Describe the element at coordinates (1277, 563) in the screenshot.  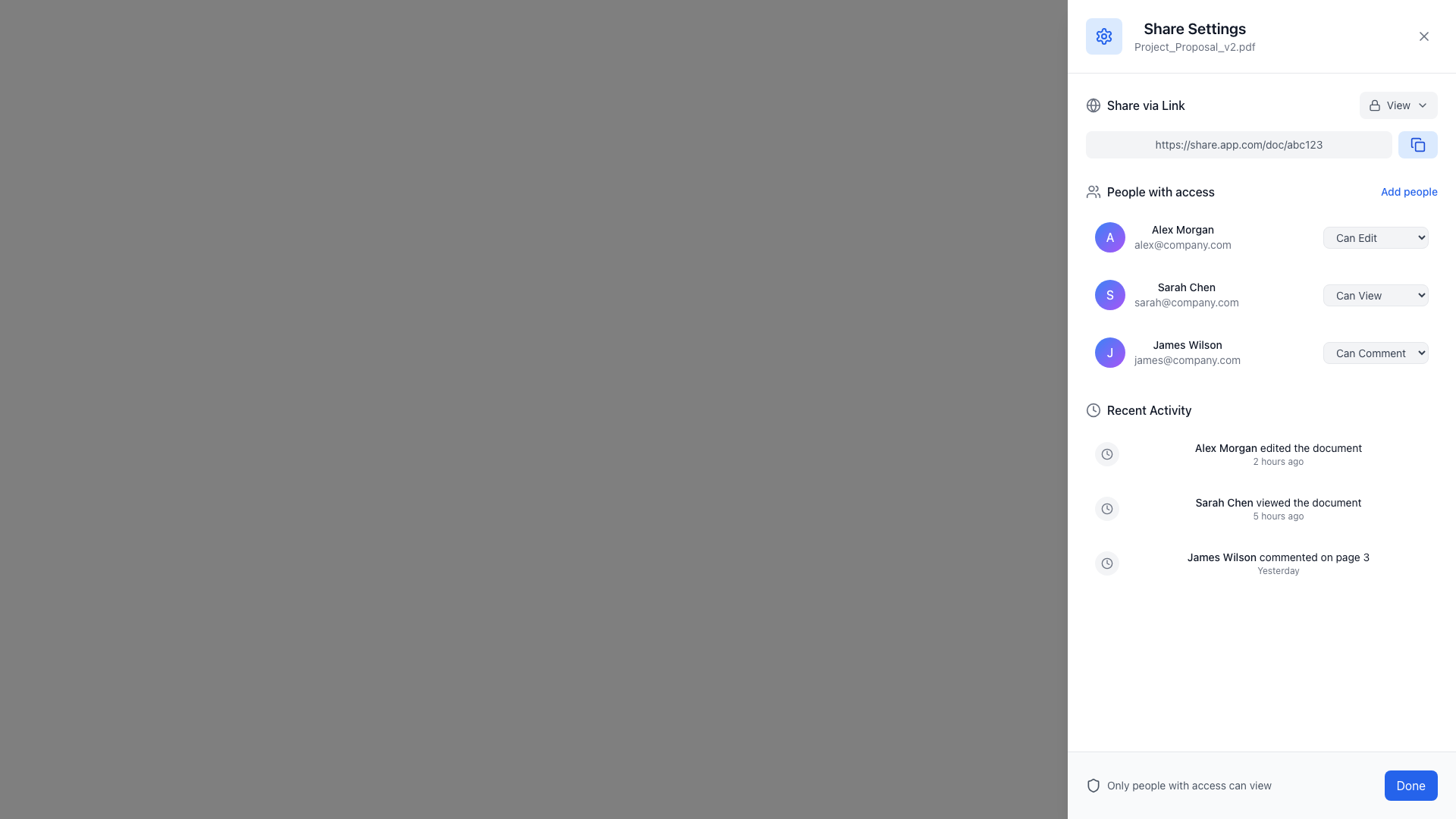
I see `the text display element that shows 'James Wilson commented on page 3' and 'Yesterday' in the Recent Activity section, positioned below a clock icon` at that location.